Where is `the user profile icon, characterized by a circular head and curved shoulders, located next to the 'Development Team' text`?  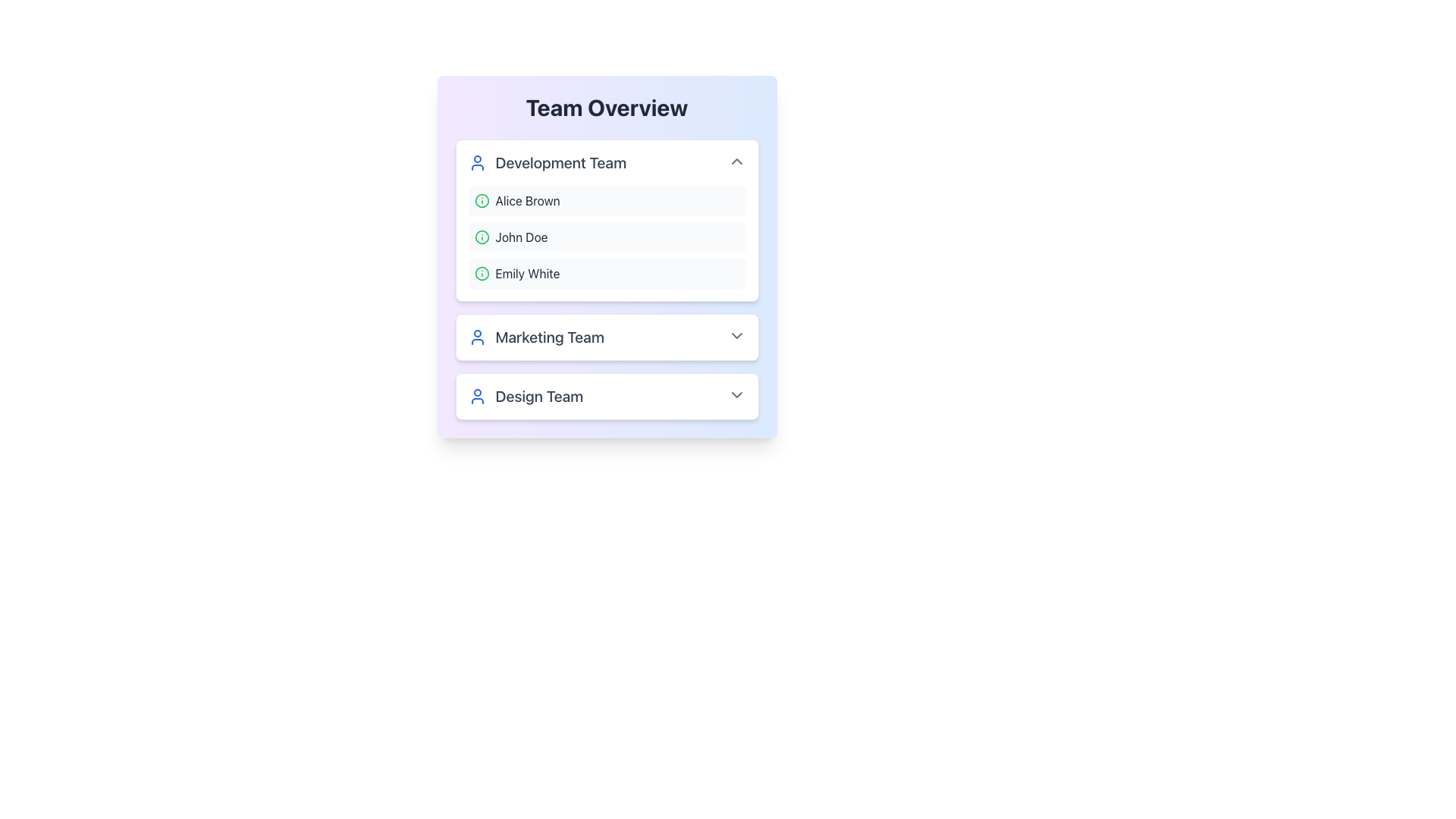 the user profile icon, characterized by a circular head and curved shoulders, located next to the 'Development Team' text is located at coordinates (476, 163).